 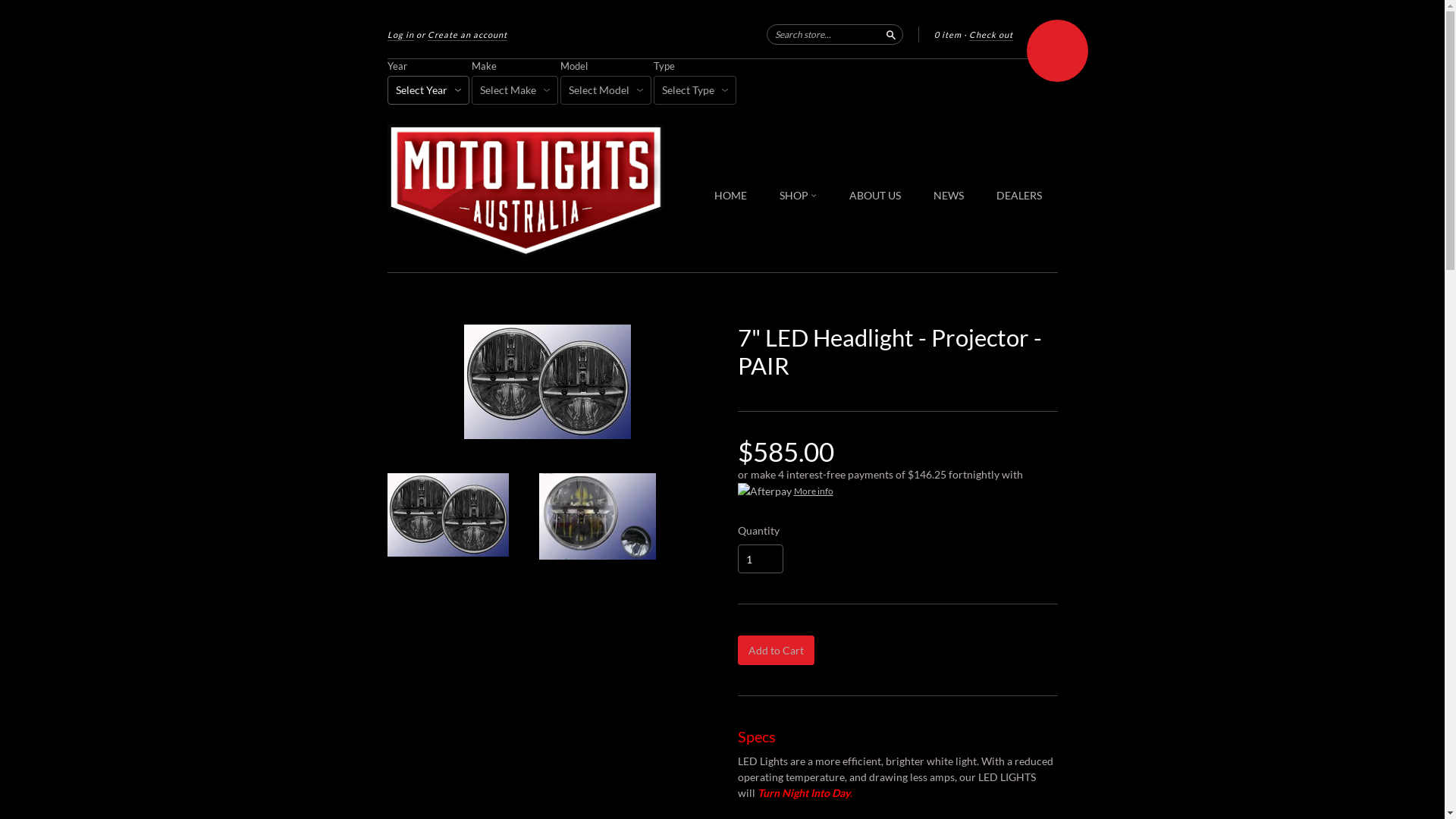 I want to click on 'More info', so click(x=896, y=491).